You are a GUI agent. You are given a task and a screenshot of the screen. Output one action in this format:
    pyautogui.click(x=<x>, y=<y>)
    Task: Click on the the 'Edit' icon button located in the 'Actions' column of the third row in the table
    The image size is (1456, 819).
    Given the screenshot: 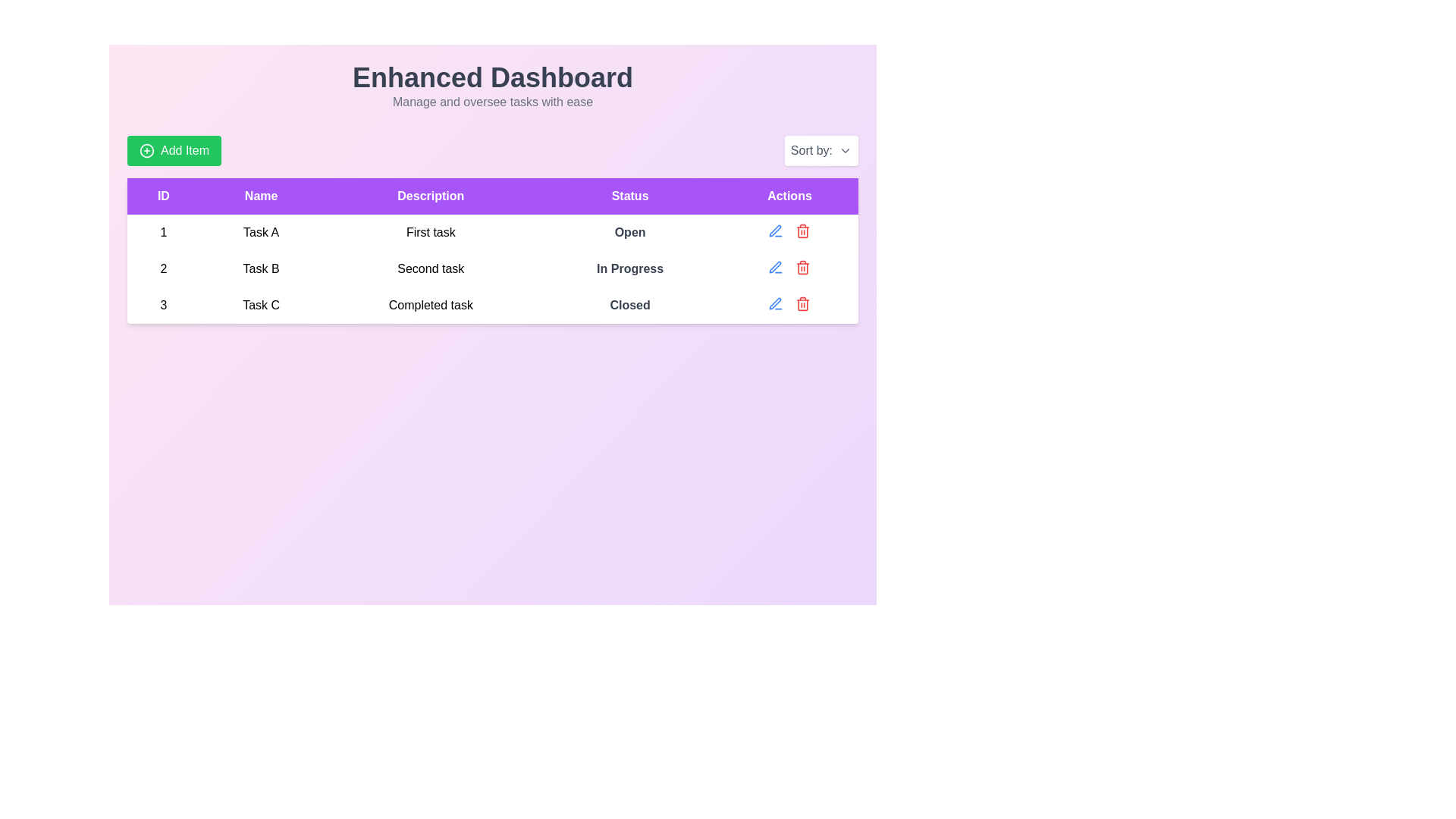 What is the action you would take?
    pyautogui.click(x=776, y=304)
    